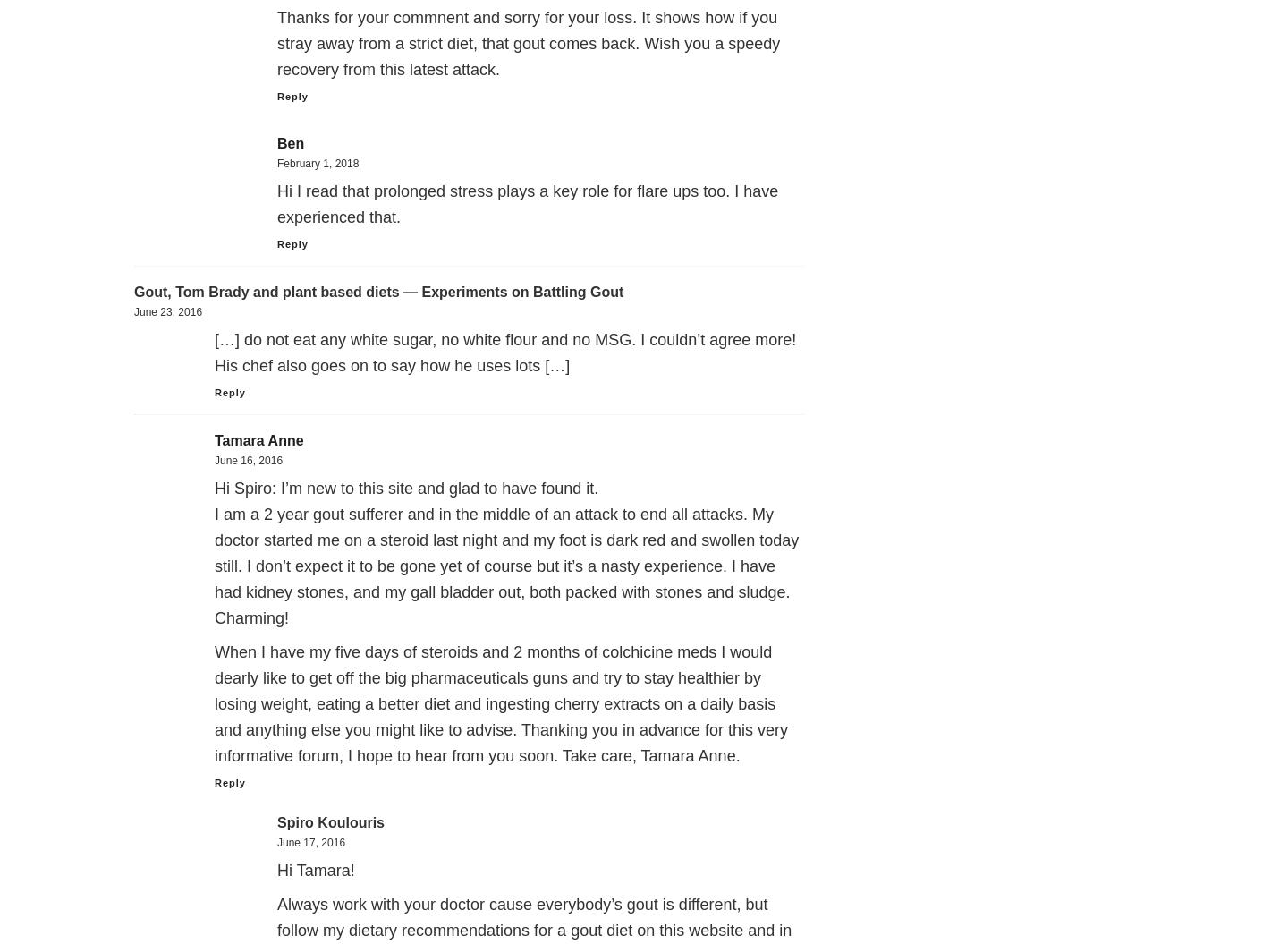 The image size is (1288, 944). I want to click on 'June 17, 2016', so click(277, 843).